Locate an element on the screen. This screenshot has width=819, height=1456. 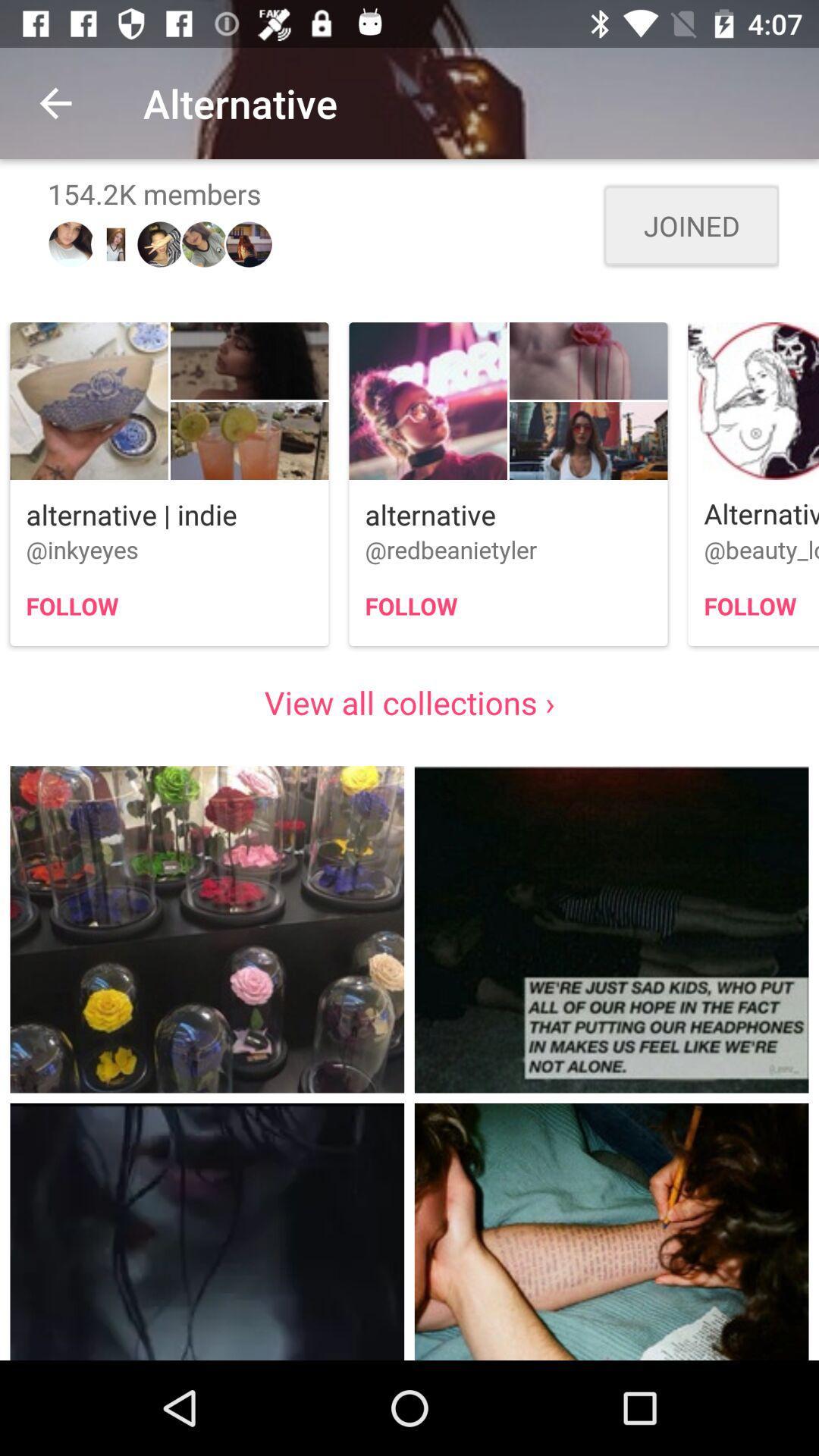
icon to the left of alternative item is located at coordinates (55, 102).